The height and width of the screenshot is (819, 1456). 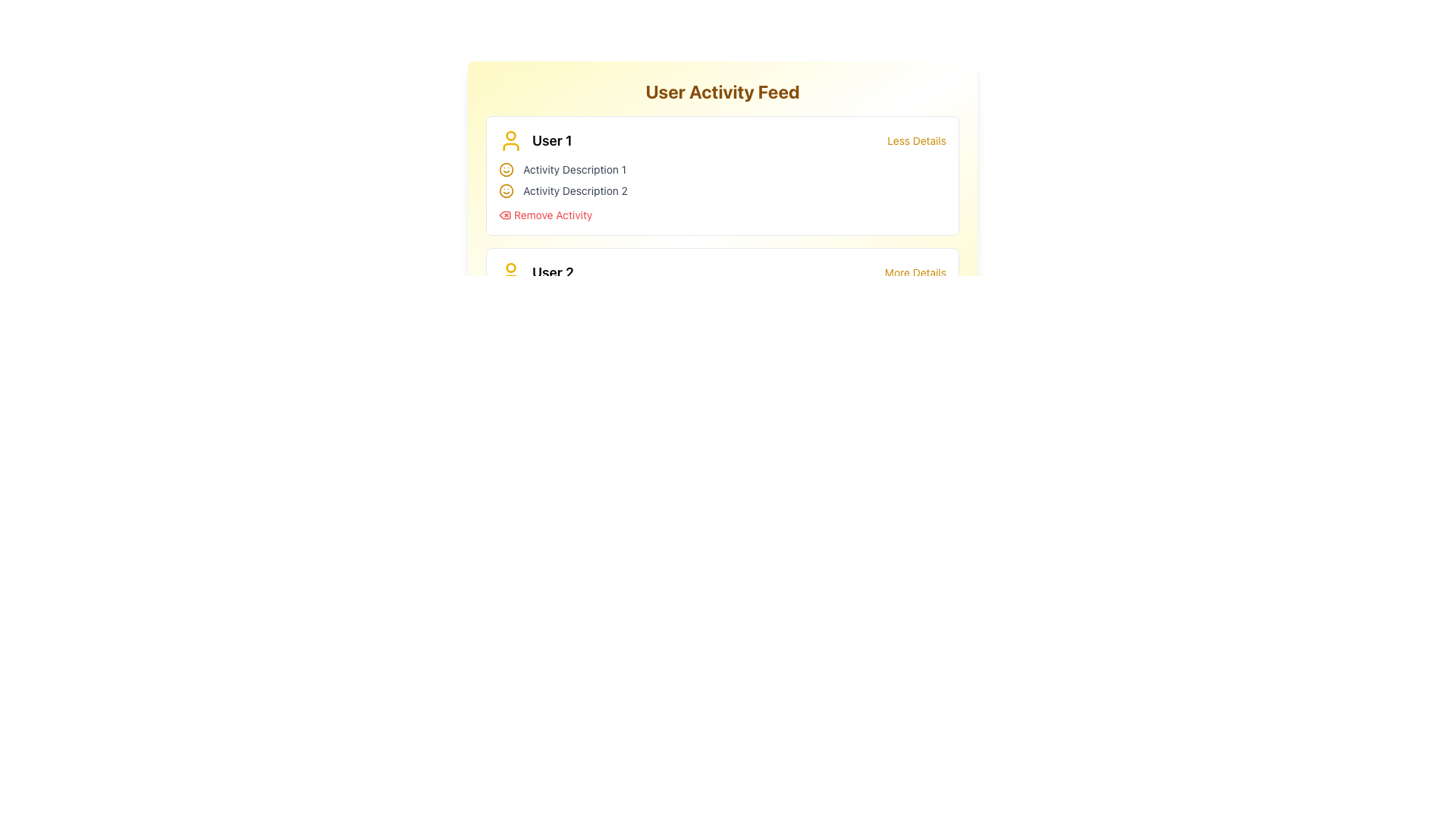 I want to click on the left-pointing curved triangular icon next to the 'Remove Activity' text in the first user's activity section, so click(x=505, y=215).